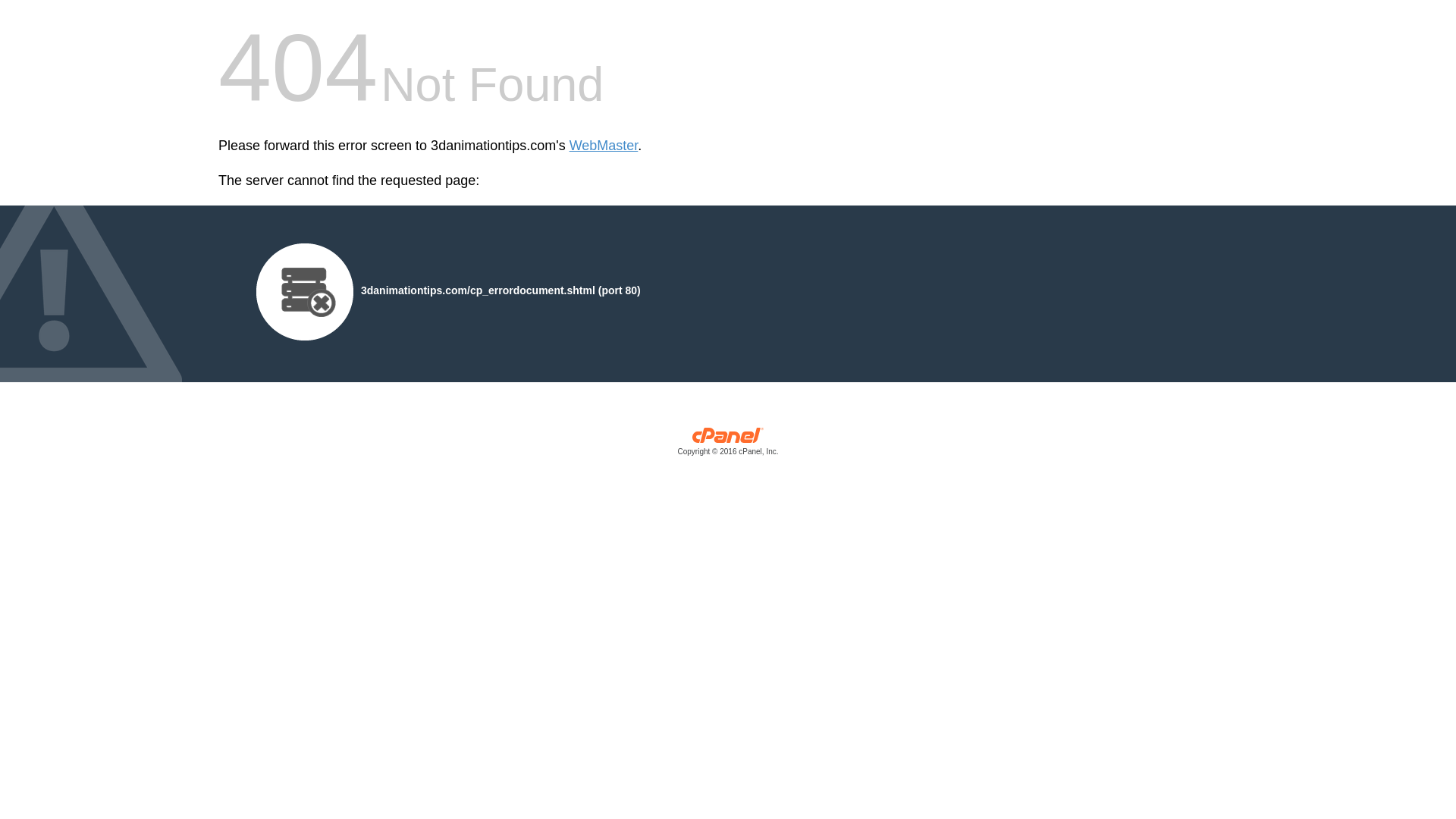 The image size is (1456, 819). What do you see at coordinates (603, 146) in the screenshot?
I see `'WebMaster'` at bounding box center [603, 146].